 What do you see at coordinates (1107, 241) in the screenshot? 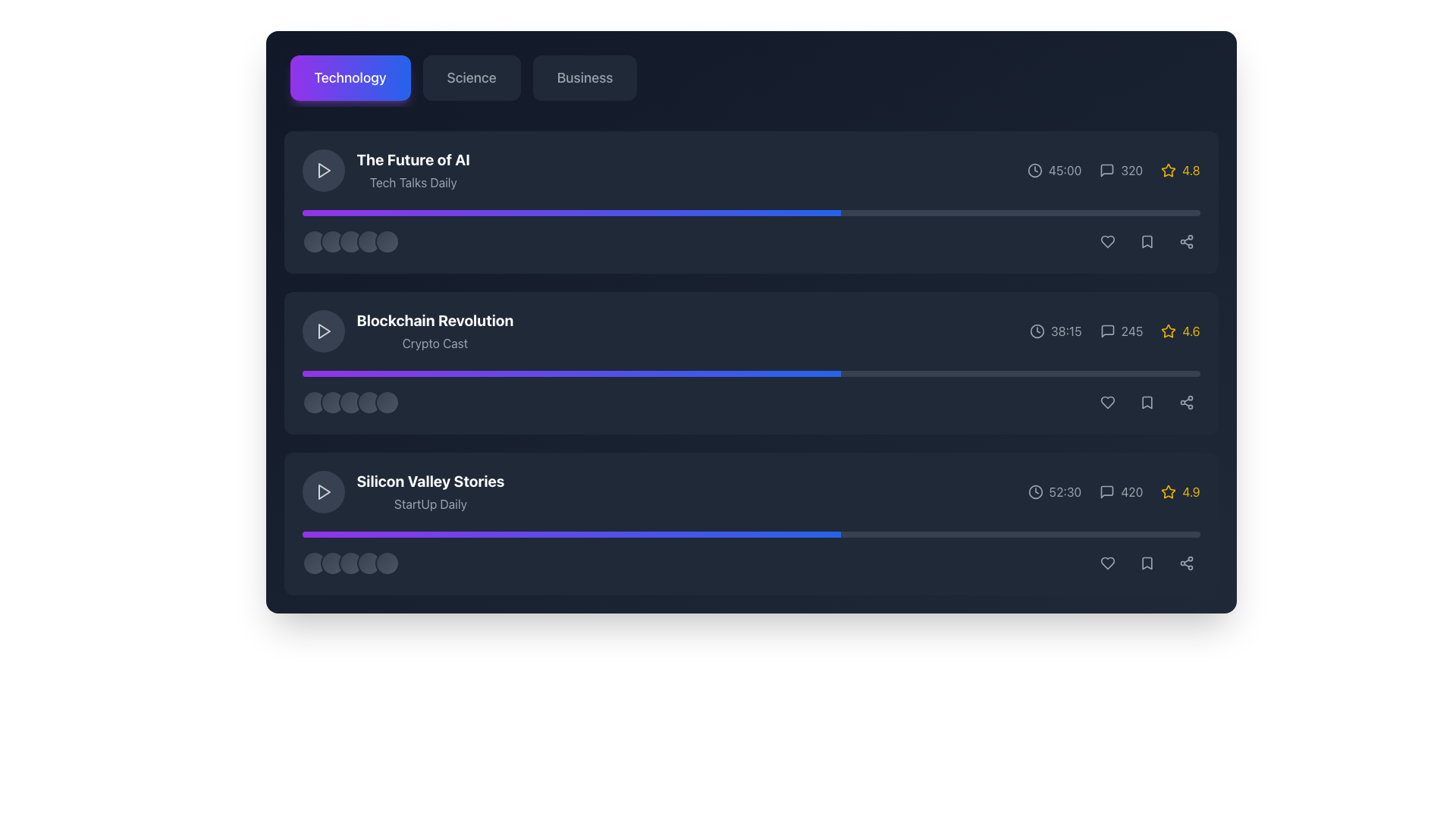
I see `the heart-shaped icon representing a 'like' action for the 'Blockchain Revolution' podcast` at bounding box center [1107, 241].